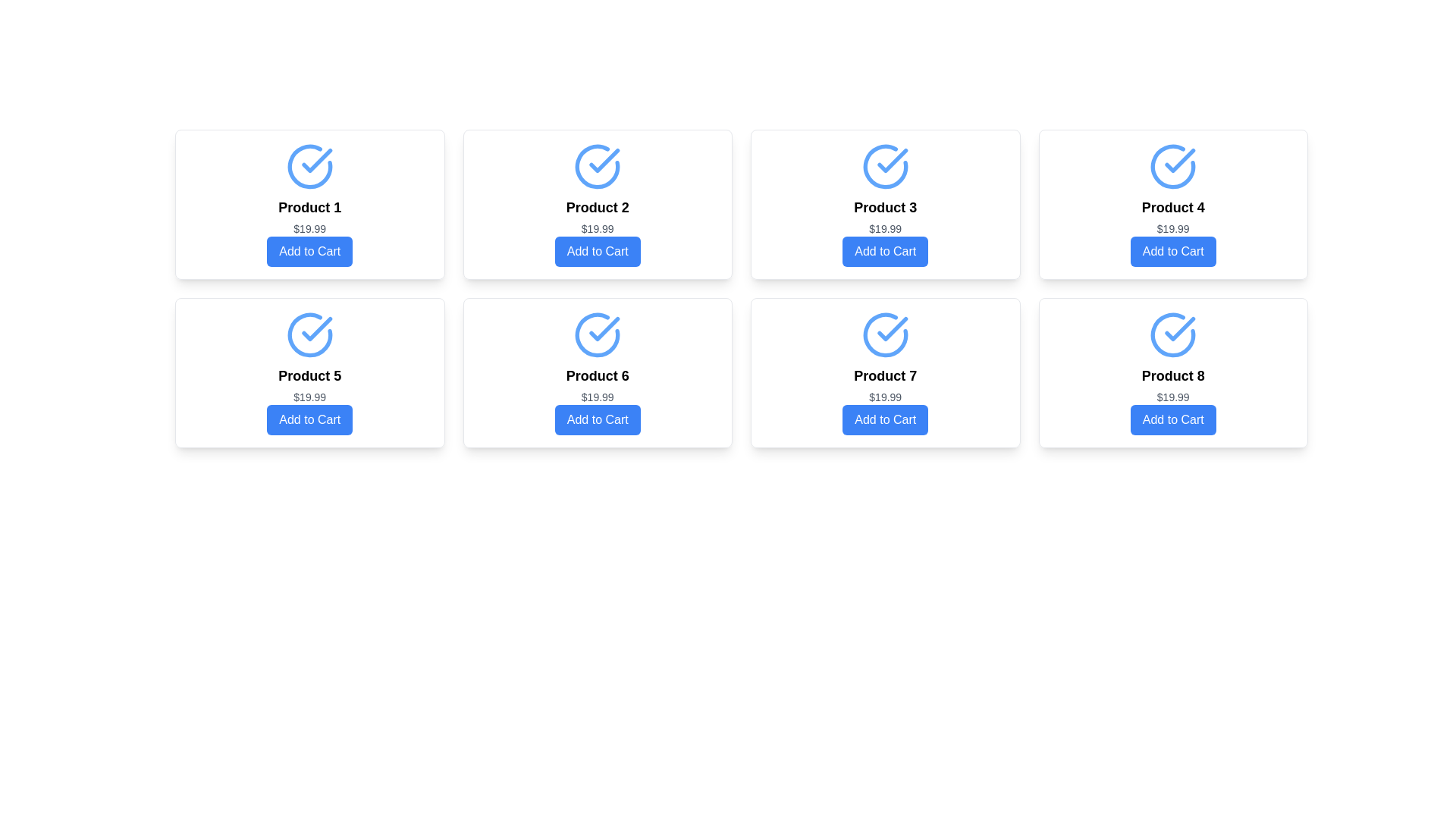 This screenshot has width=1456, height=819. I want to click on the card displaying 'Product 7' with a price of '$19.99' and an 'Add to Cart' button at the bottom, located in the second row and third column of the grid layout, so click(885, 373).